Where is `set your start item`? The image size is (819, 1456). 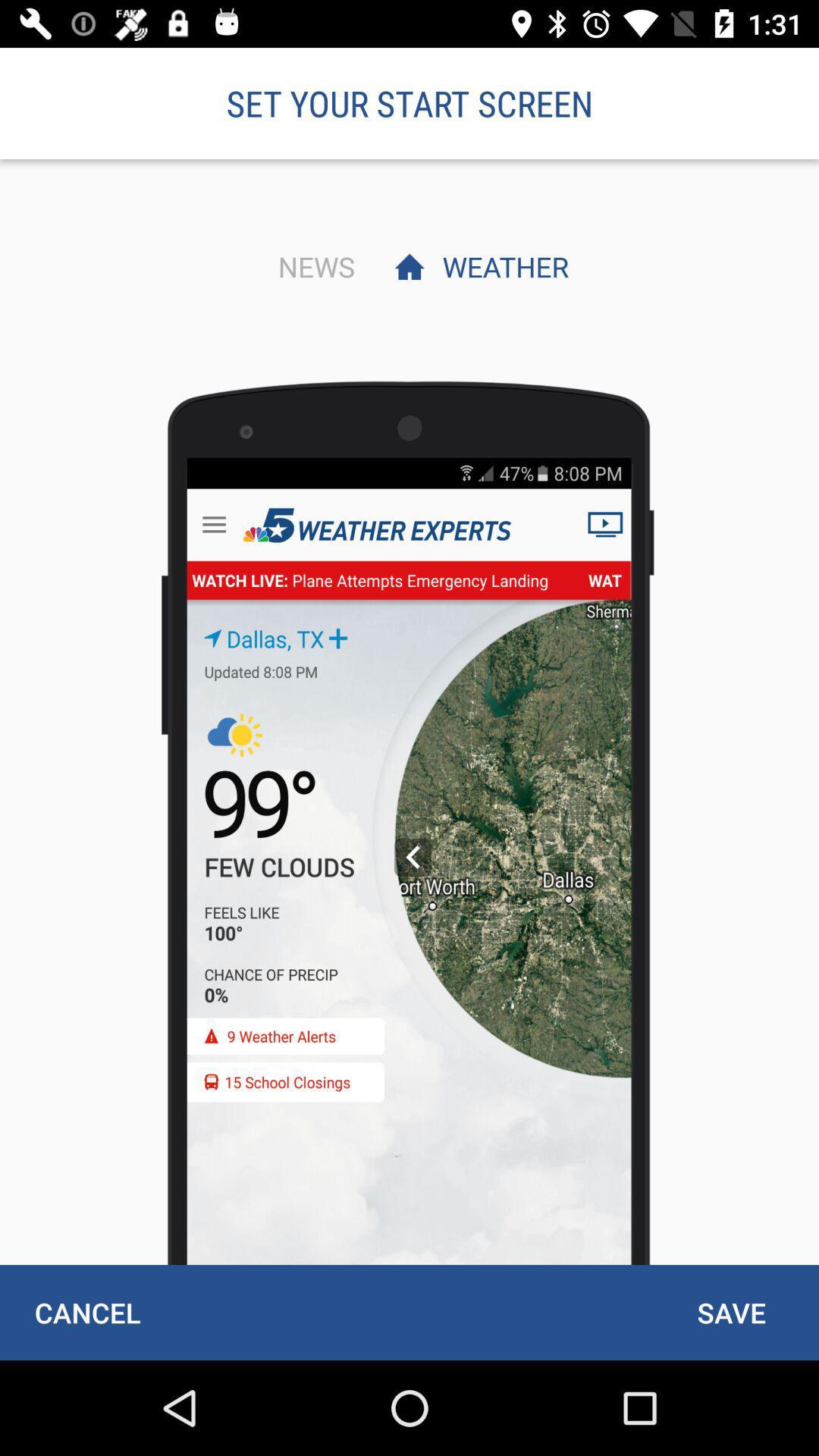 set your start item is located at coordinates (409, 102).